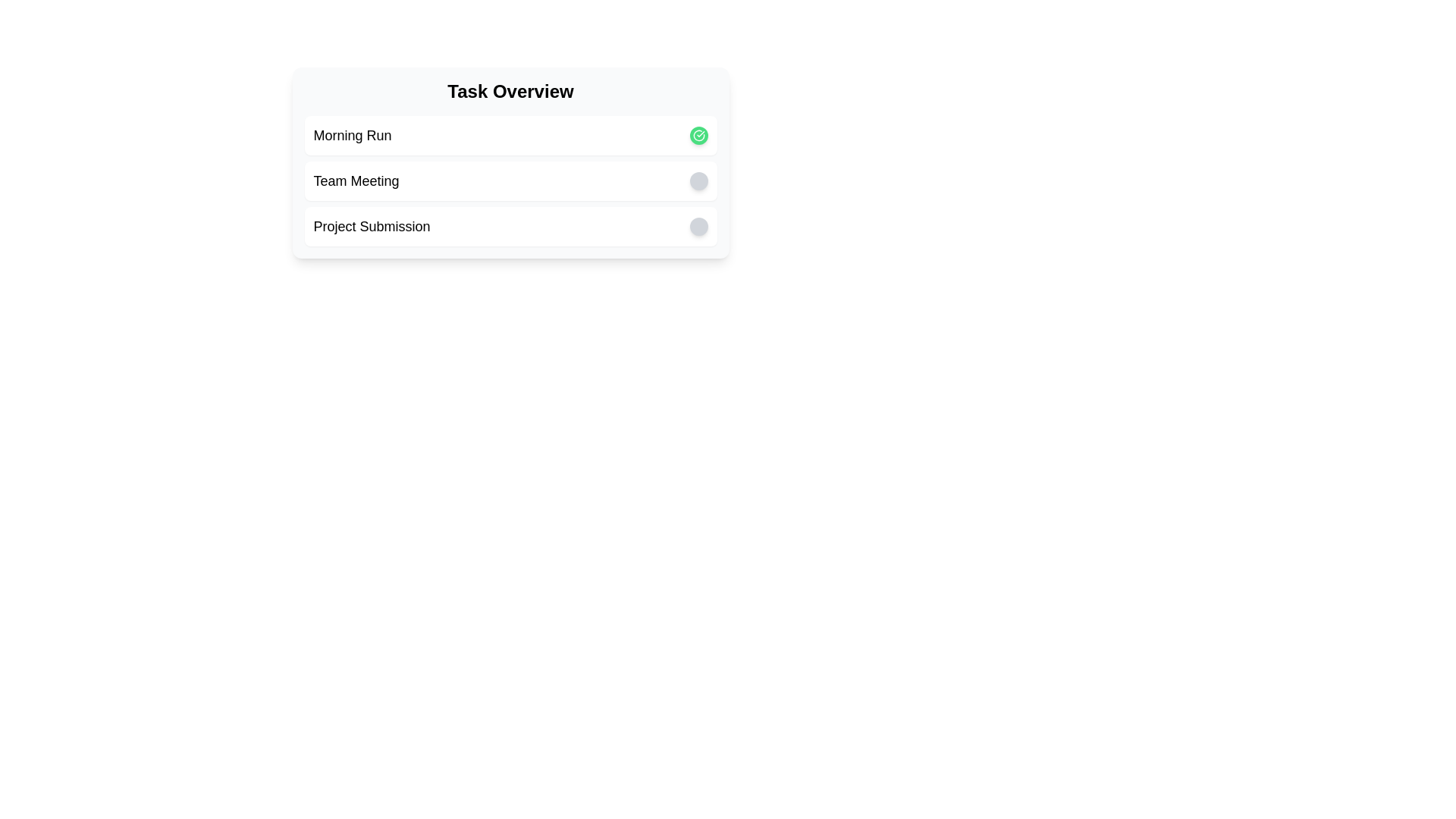 This screenshot has width=1456, height=819. What do you see at coordinates (510, 180) in the screenshot?
I see `the List item presenting the 'Team Meeting' task` at bounding box center [510, 180].